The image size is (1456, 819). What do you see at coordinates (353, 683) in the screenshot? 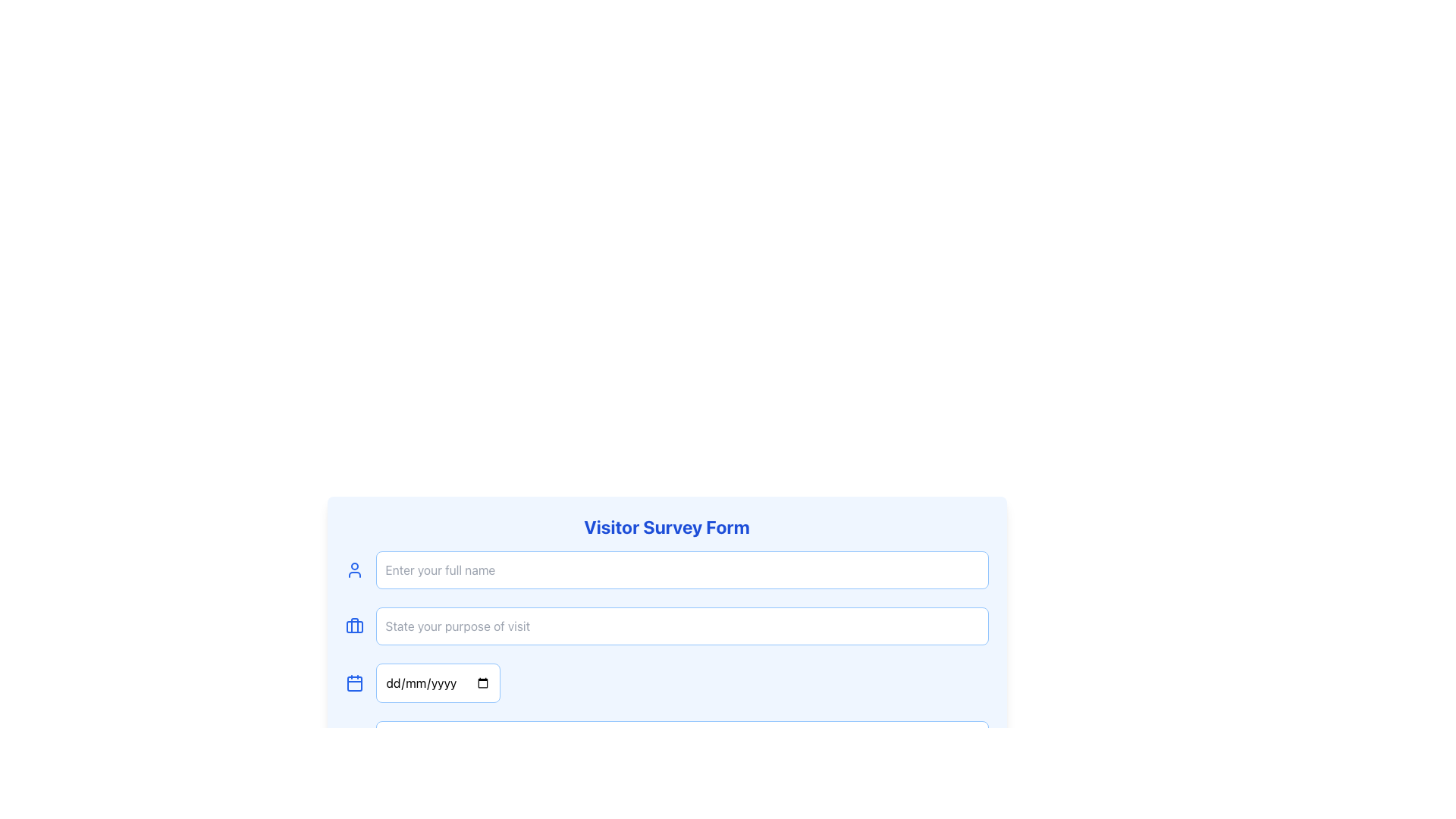
I see `the blue calendar icon, which is positioned to the left of the date input field in the Visitor Survey Form` at bounding box center [353, 683].